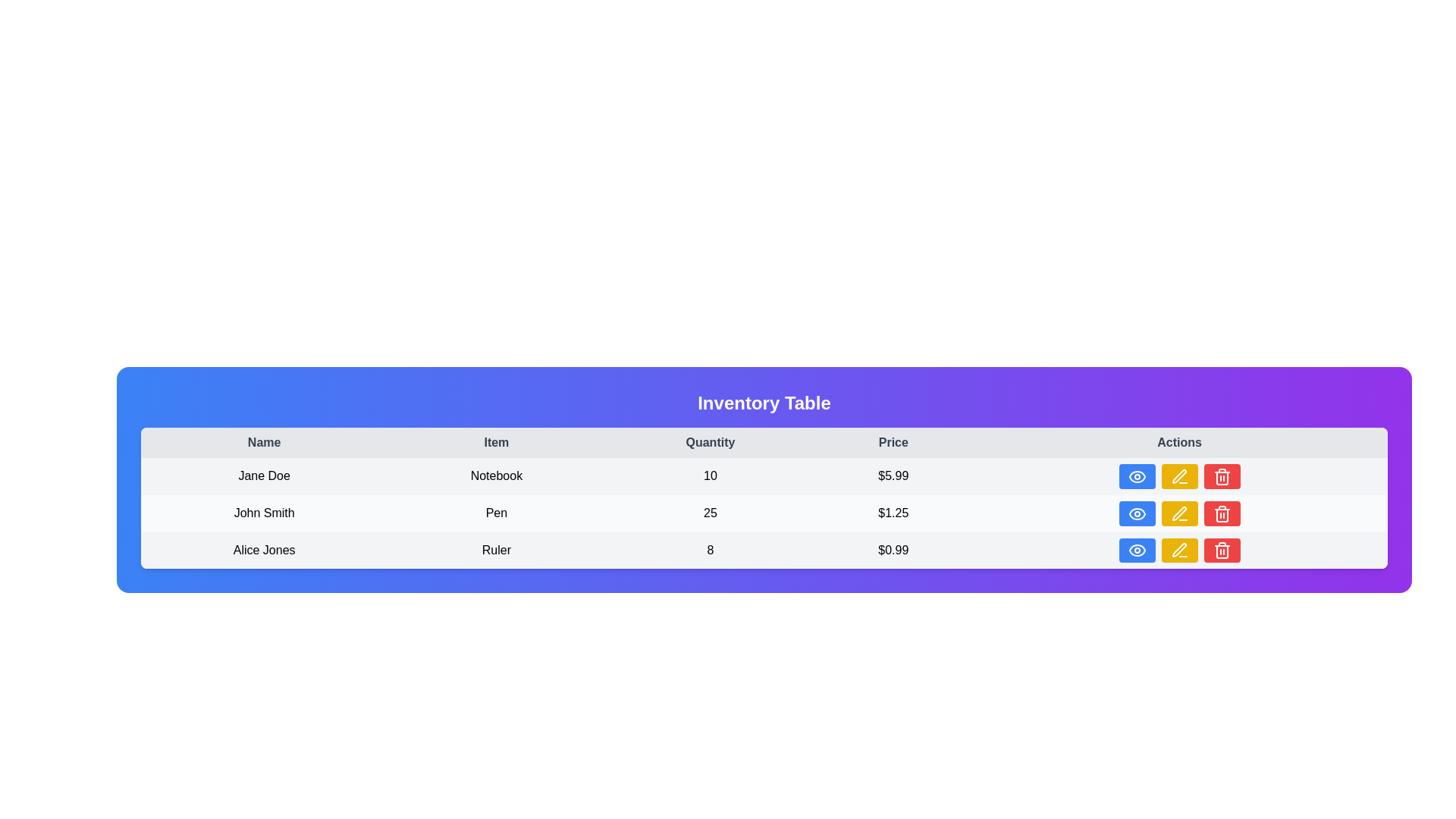 This screenshot has width=1456, height=819. What do you see at coordinates (709, 513) in the screenshot?
I see `the Text label that represents the quantity of the 'Pen' item in the inventory table, located in the 'Quantity' column of the third row, to the right of 'Pen' and to the left of '$1.25'` at bounding box center [709, 513].